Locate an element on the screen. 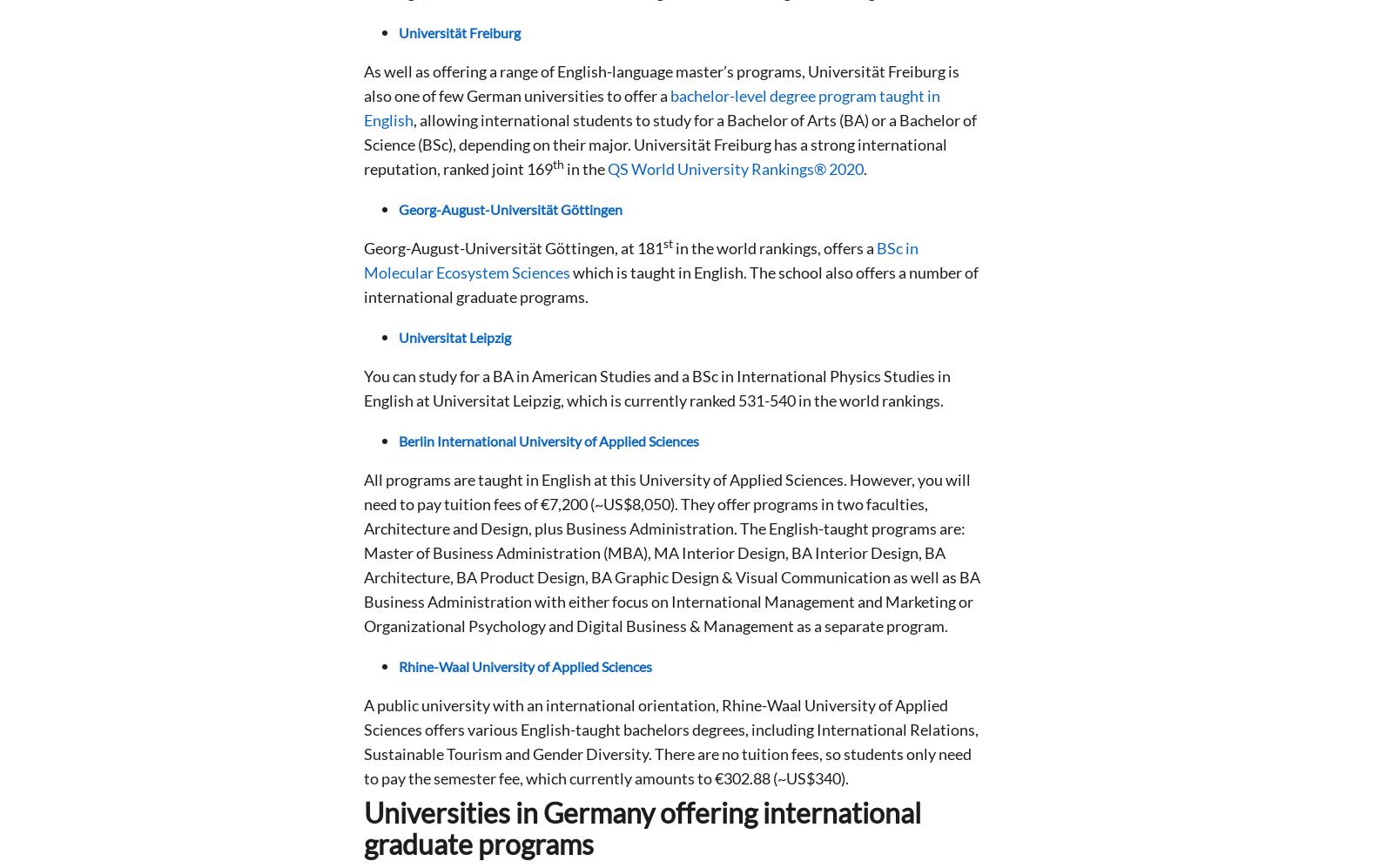  'As well as offering a range of English-language master’s programs, Universität Freiburg is also one of few German universities to offer a' is located at coordinates (662, 84).